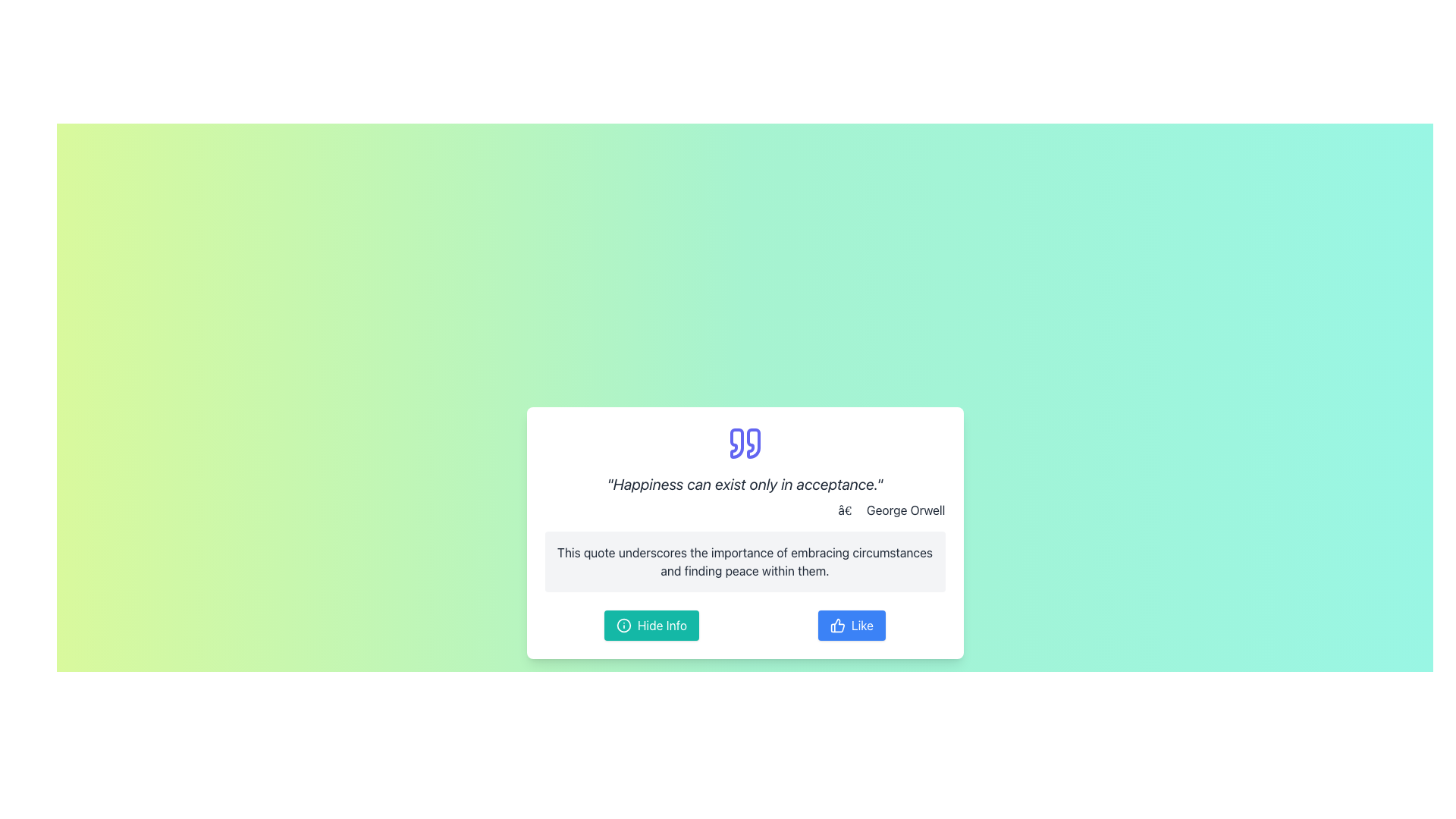 The width and height of the screenshot is (1456, 819). Describe the element at coordinates (836, 626) in the screenshot. I see `the thumbs-up icon located to the left of the 'Like' text` at that location.